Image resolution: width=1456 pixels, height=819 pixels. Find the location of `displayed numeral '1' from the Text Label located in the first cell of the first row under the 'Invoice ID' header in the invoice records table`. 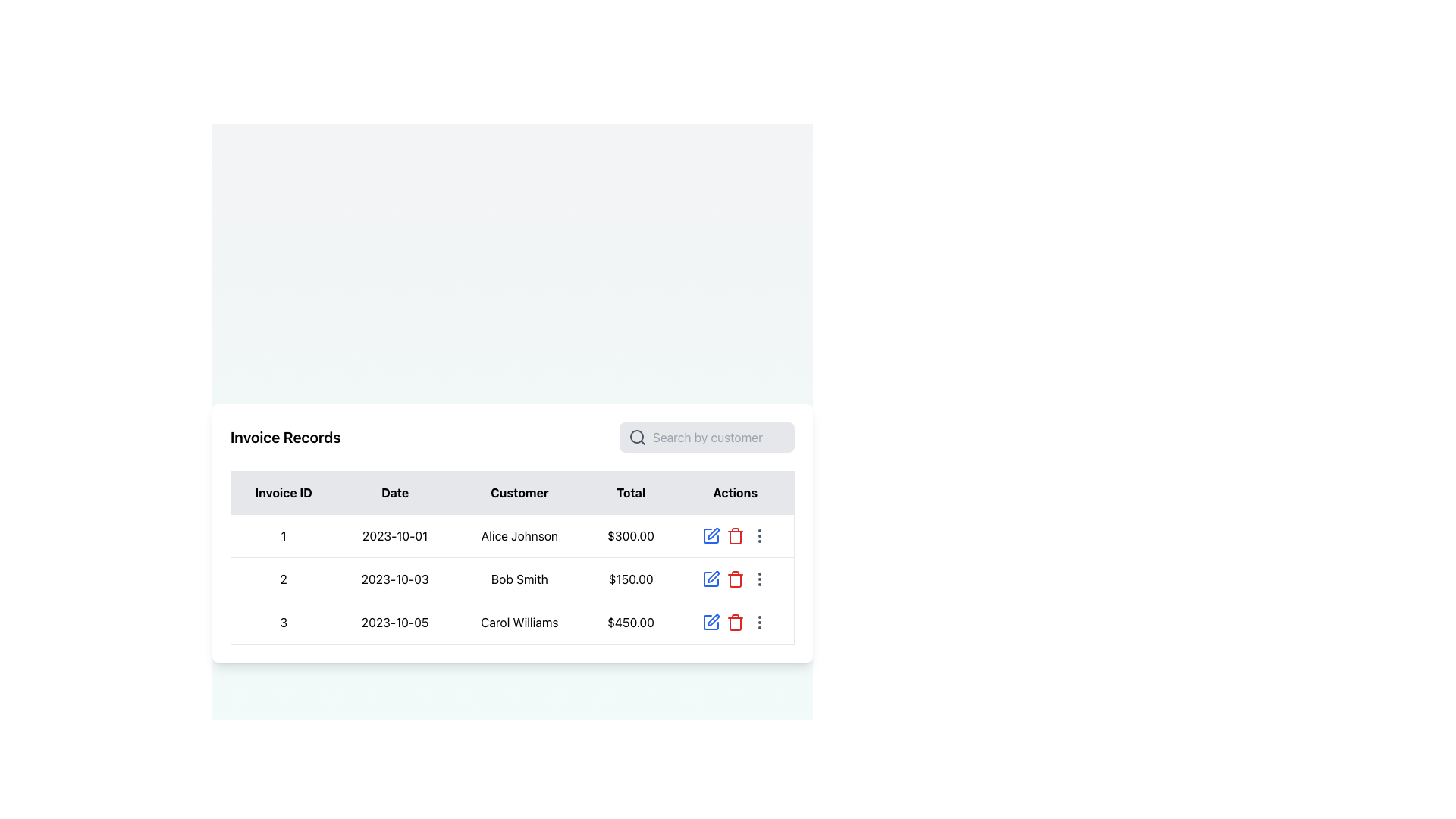

displayed numeral '1' from the Text Label located in the first cell of the first row under the 'Invoice ID' header in the invoice records table is located at coordinates (284, 535).